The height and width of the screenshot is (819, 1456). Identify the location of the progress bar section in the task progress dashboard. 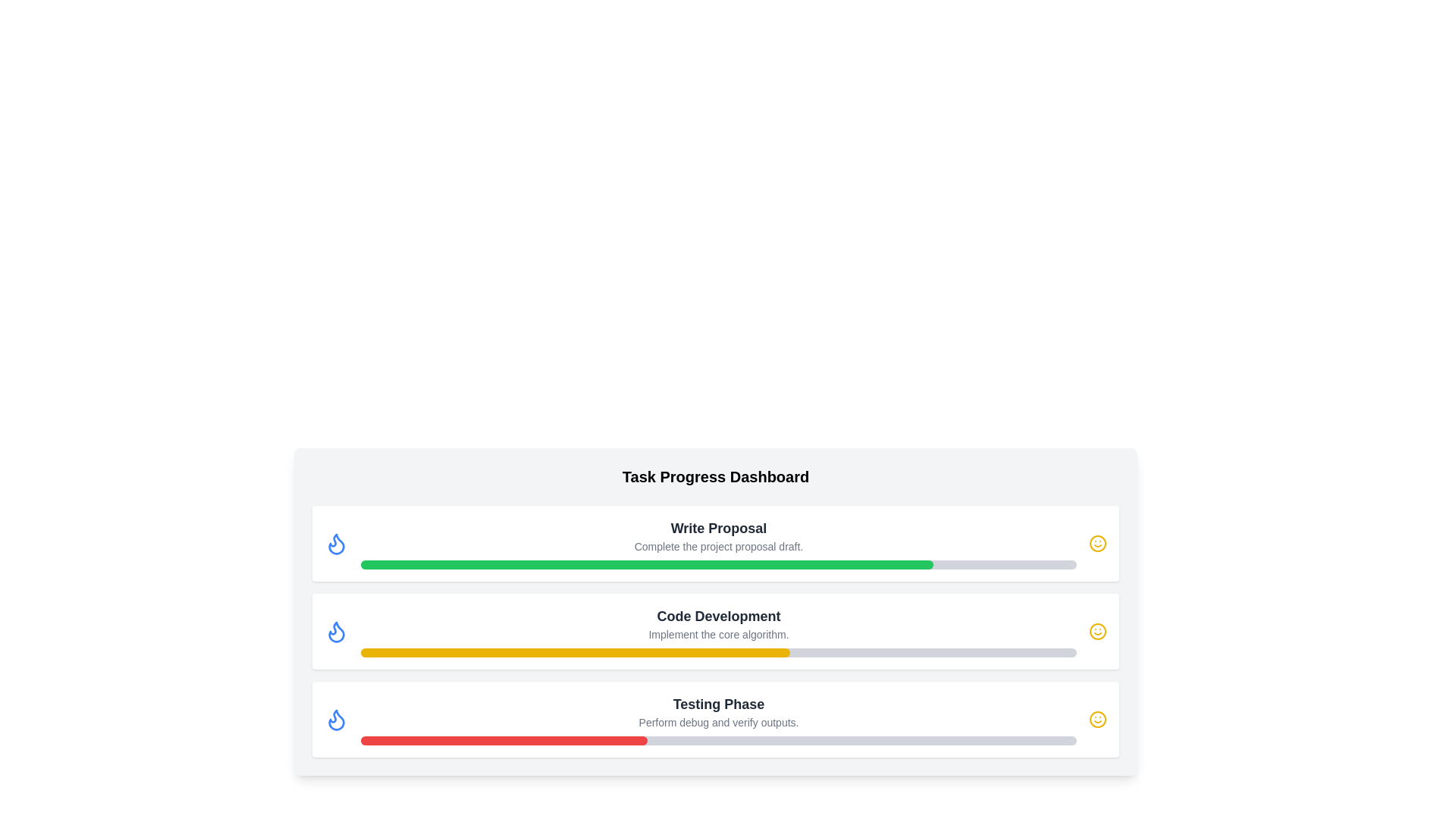
(718, 718).